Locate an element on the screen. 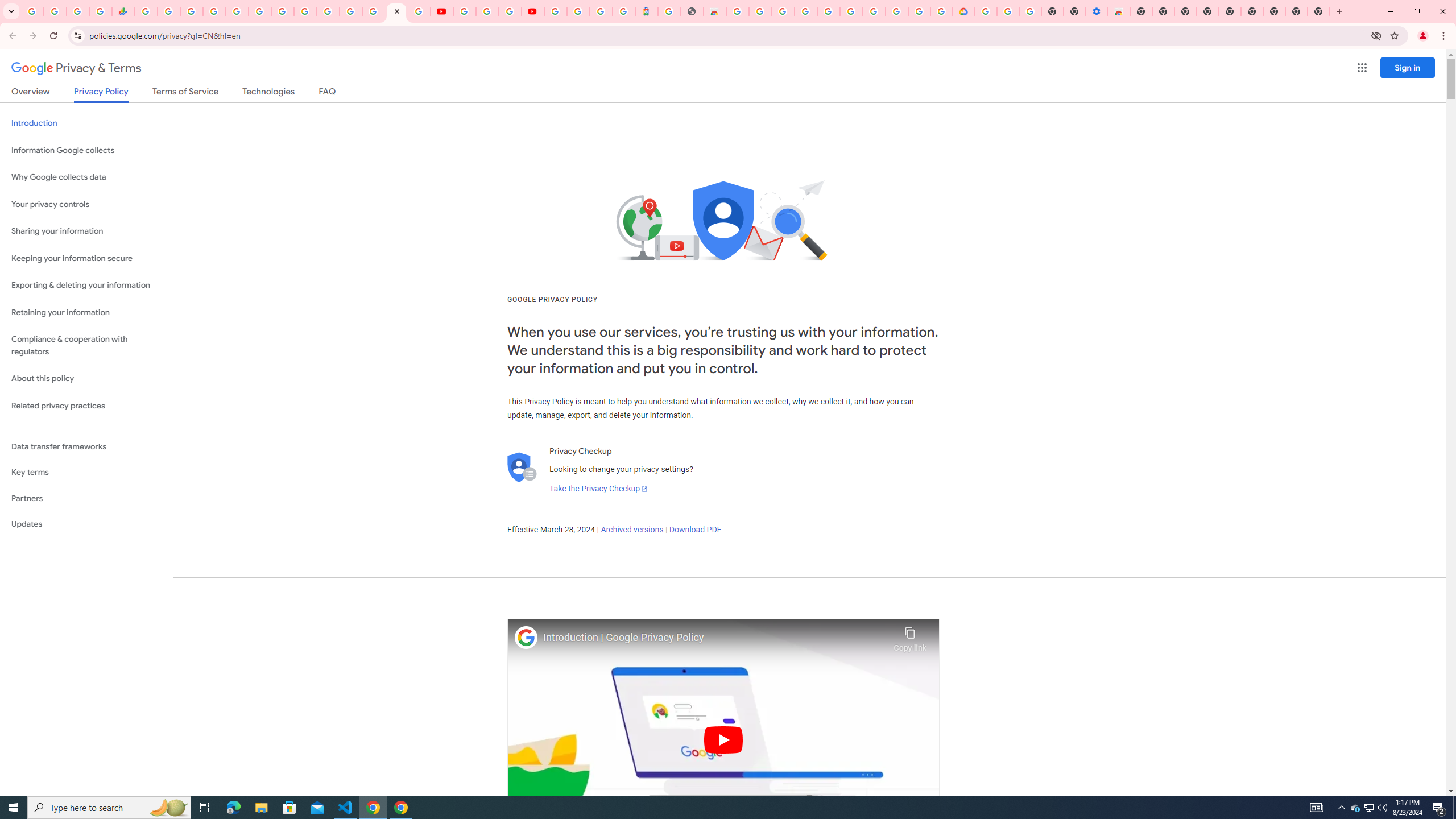 The width and height of the screenshot is (1456, 819). 'About this policy' is located at coordinates (86, 379).